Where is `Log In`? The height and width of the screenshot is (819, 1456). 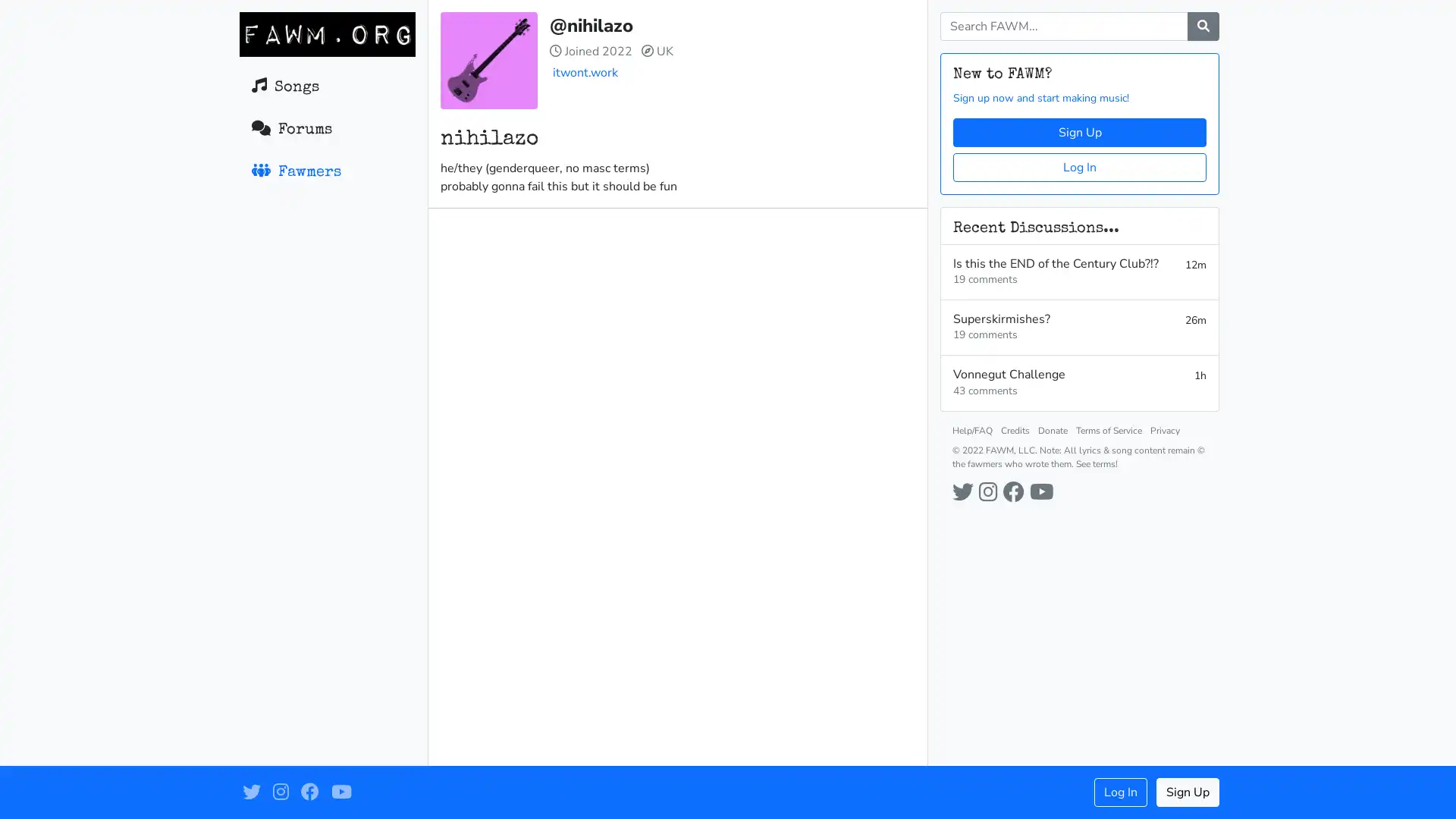
Log In is located at coordinates (1121, 792).